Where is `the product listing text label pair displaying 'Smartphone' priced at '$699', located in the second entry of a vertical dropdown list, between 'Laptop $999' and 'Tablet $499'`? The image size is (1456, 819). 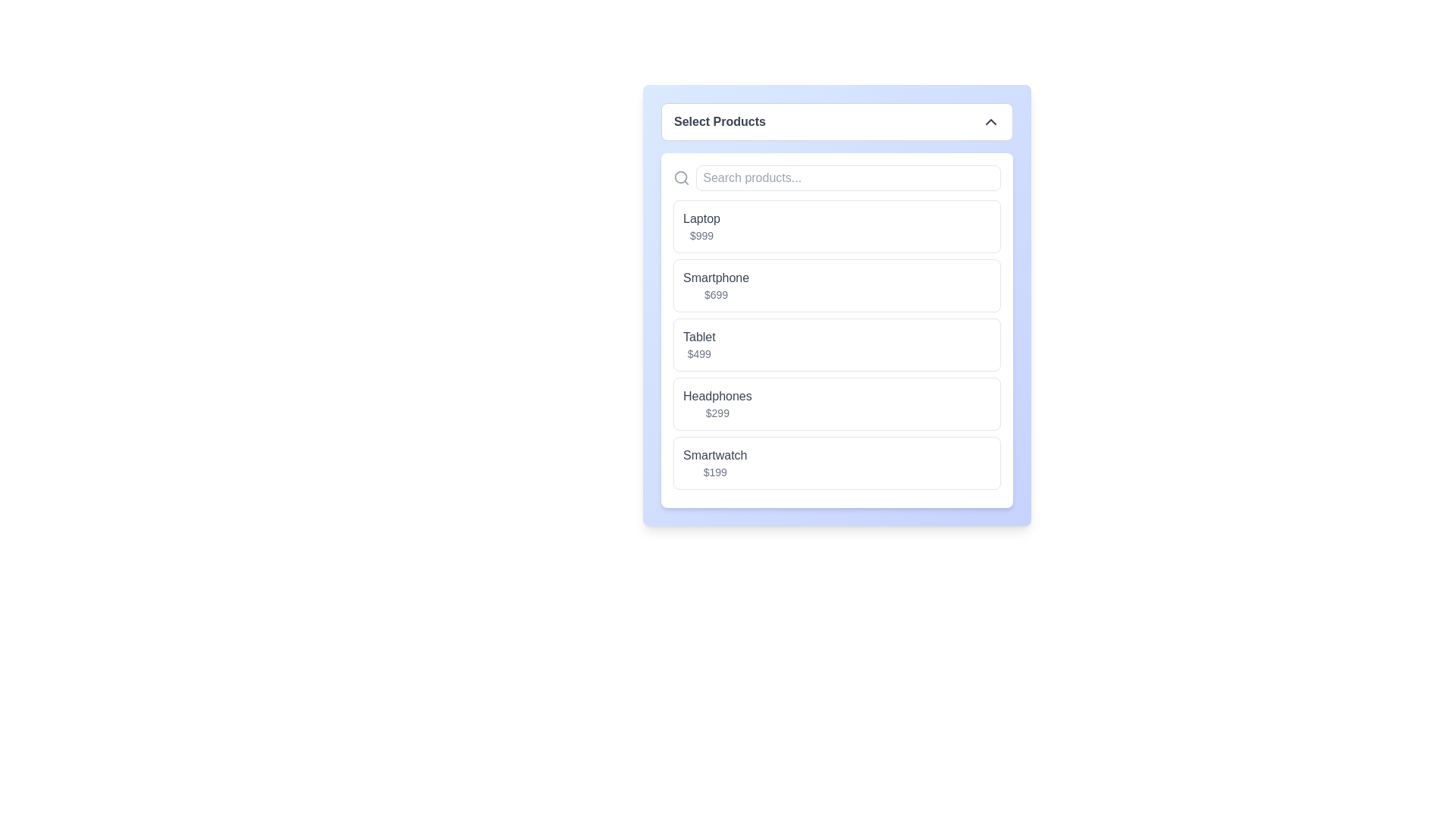 the product listing text label pair displaying 'Smartphone' priced at '$699', located in the second entry of a vertical dropdown list, between 'Laptop $999' and 'Tablet $499' is located at coordinates (715, 286).